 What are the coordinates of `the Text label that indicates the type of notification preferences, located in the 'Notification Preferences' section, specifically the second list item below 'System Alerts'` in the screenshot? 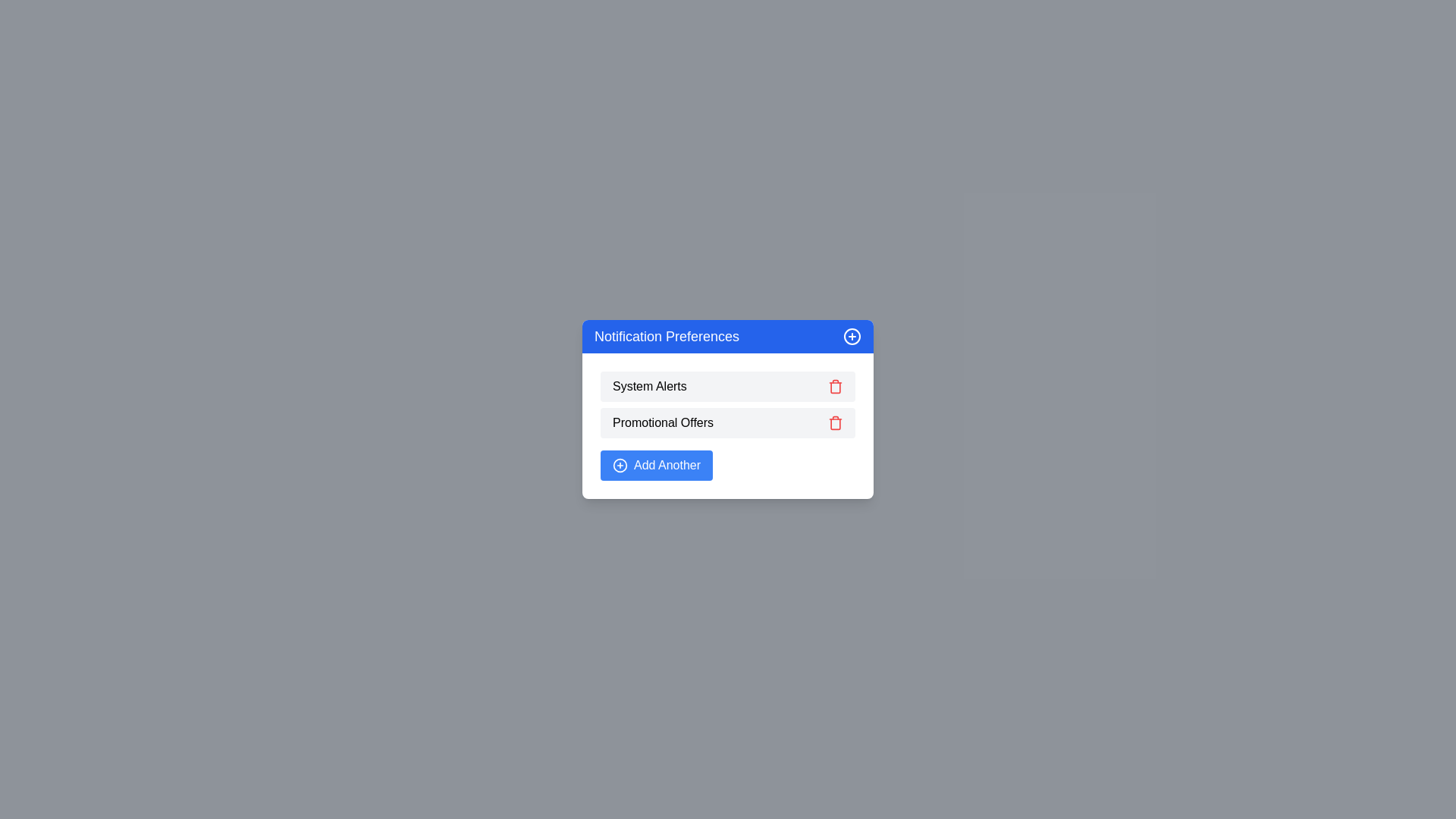 It's located at (663, 423).